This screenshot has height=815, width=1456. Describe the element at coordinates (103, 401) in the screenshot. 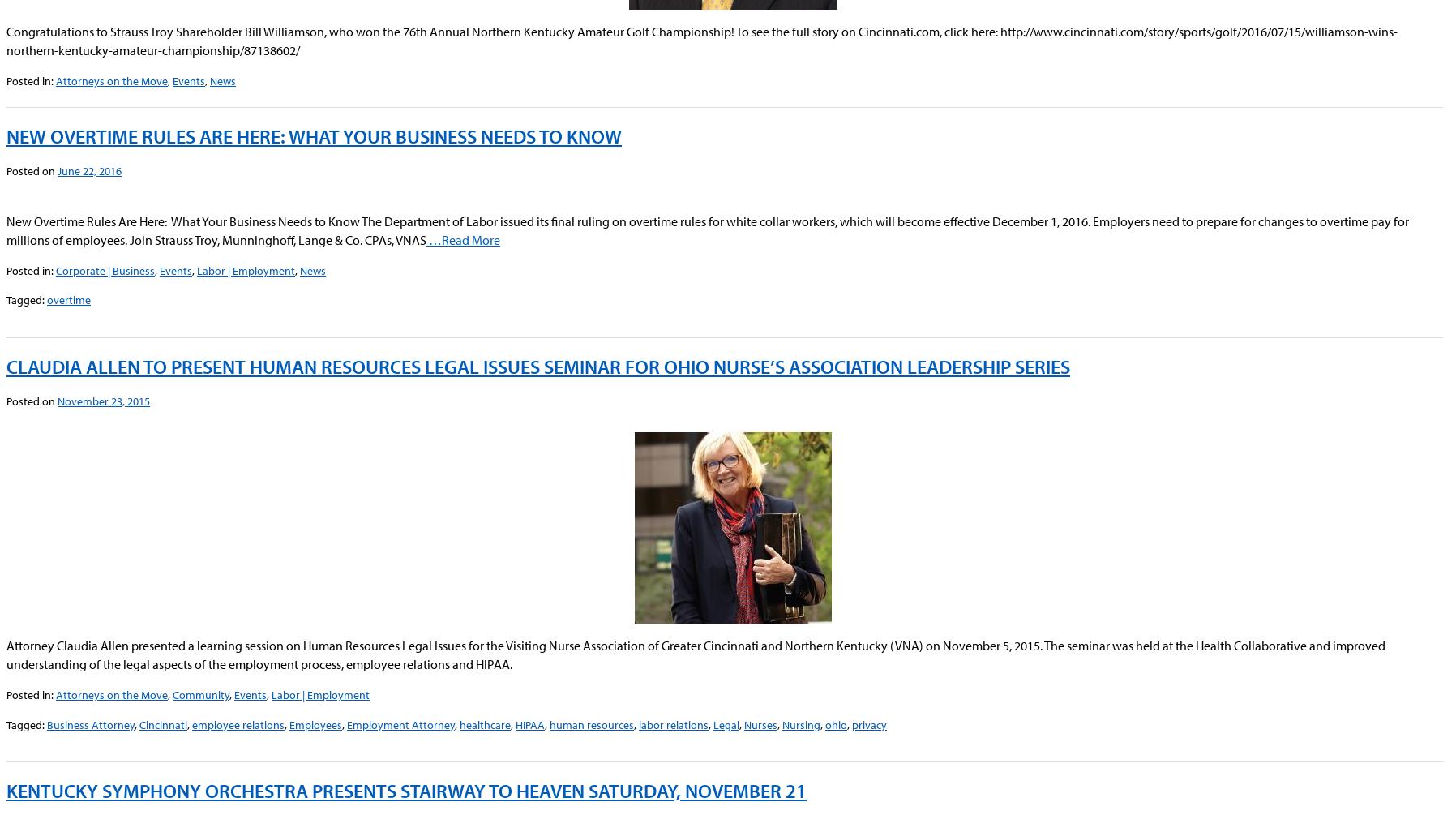

I see `'November 23, 2015'` at that location.